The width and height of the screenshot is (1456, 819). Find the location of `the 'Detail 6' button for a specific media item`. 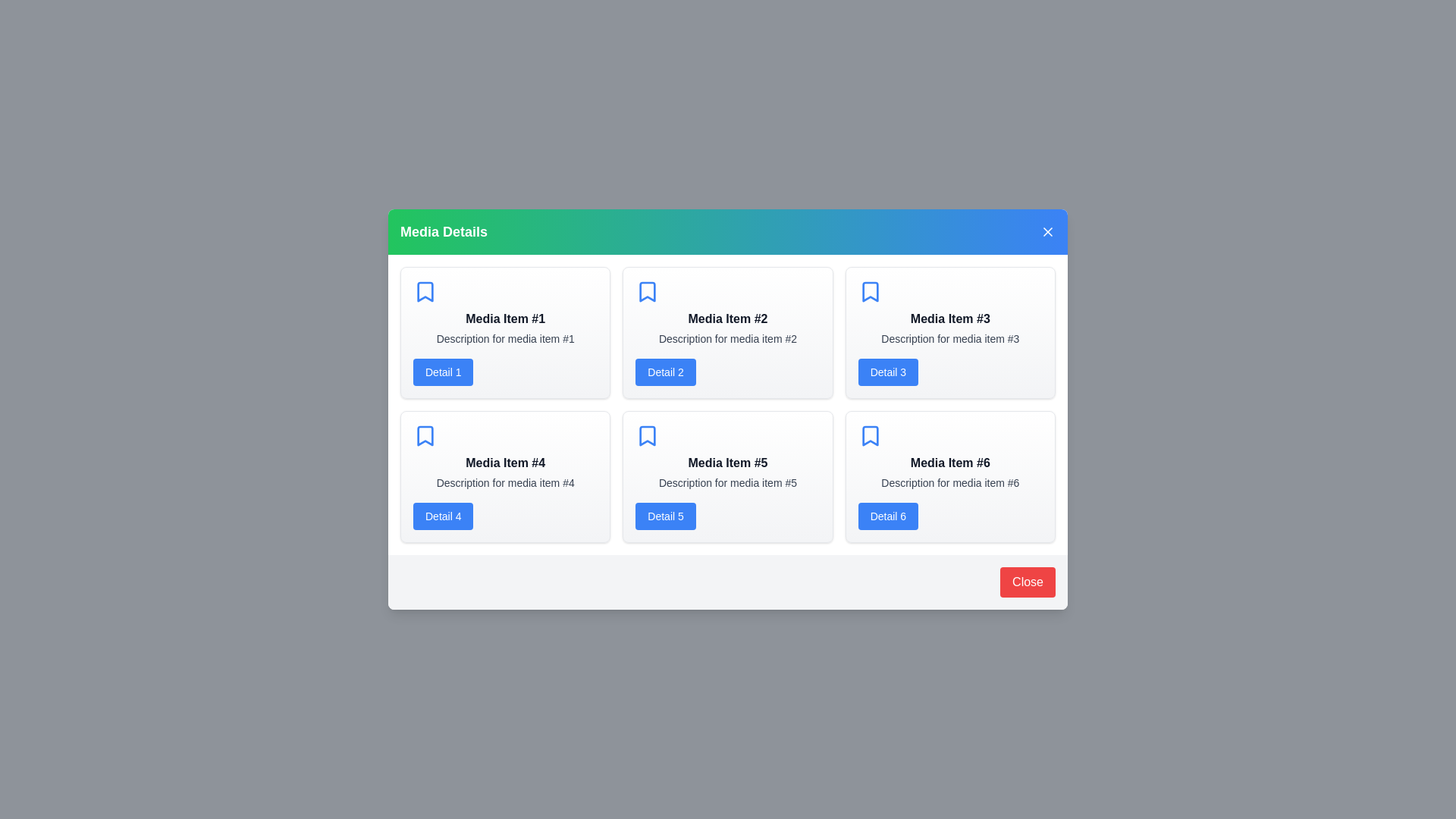

the 'Detail 6' button for a specific media item is located at coordinates (888, 516).